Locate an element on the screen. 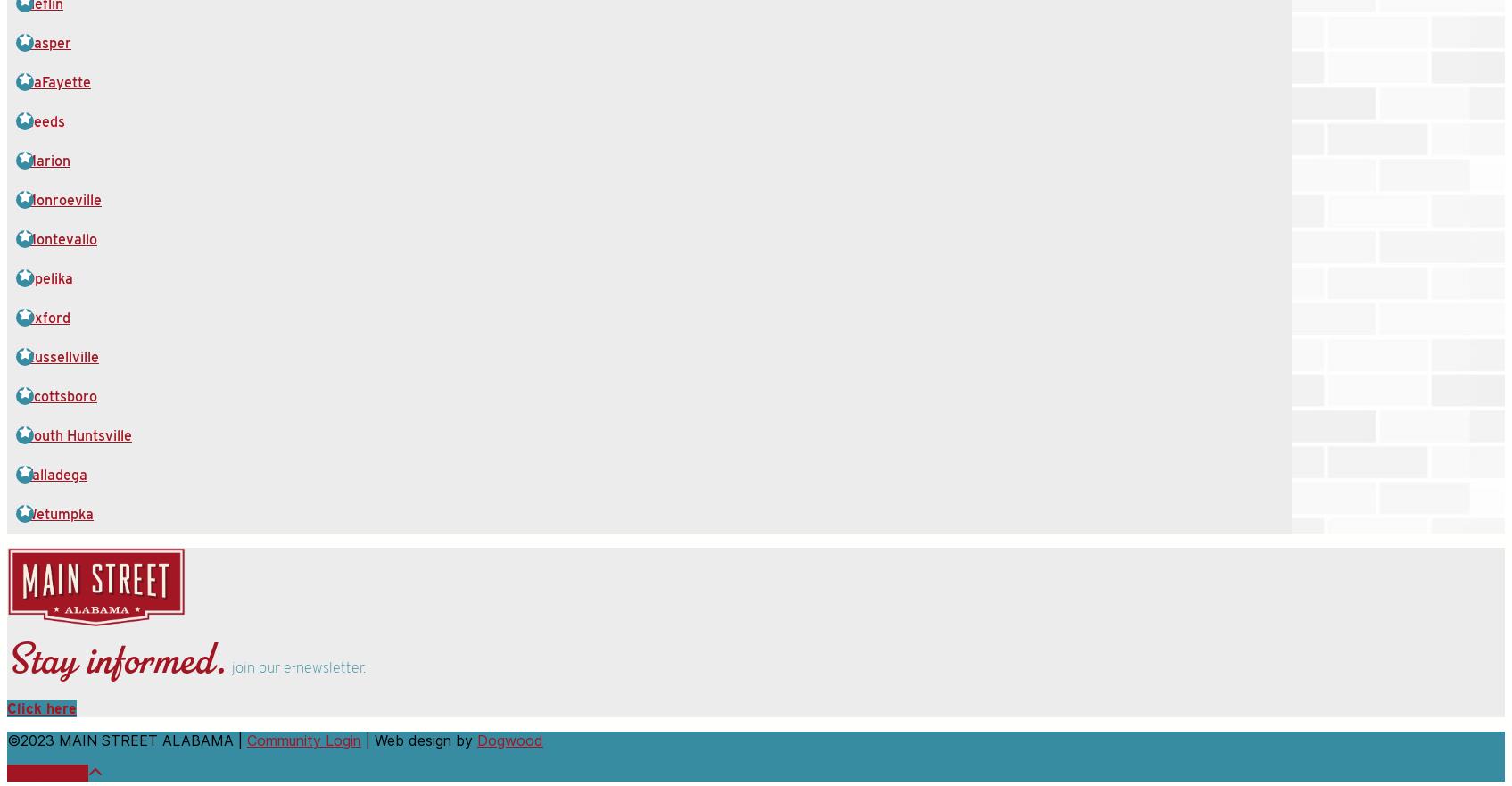 The image size is (1512, 786). 'Scottsboro' is located at coordinates (60, 396).